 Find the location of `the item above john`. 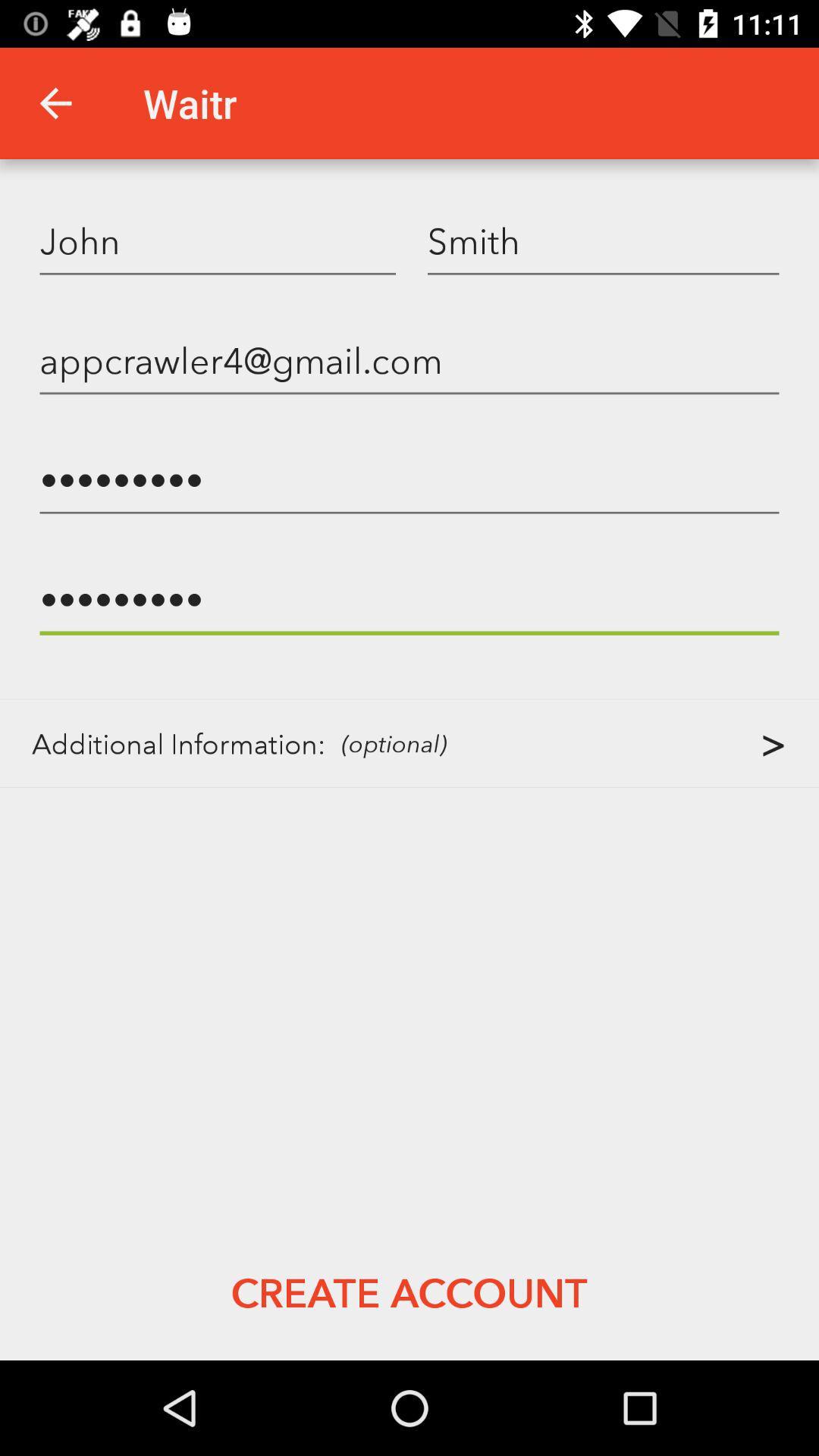

the item above john is located at coordinates (55, 102).